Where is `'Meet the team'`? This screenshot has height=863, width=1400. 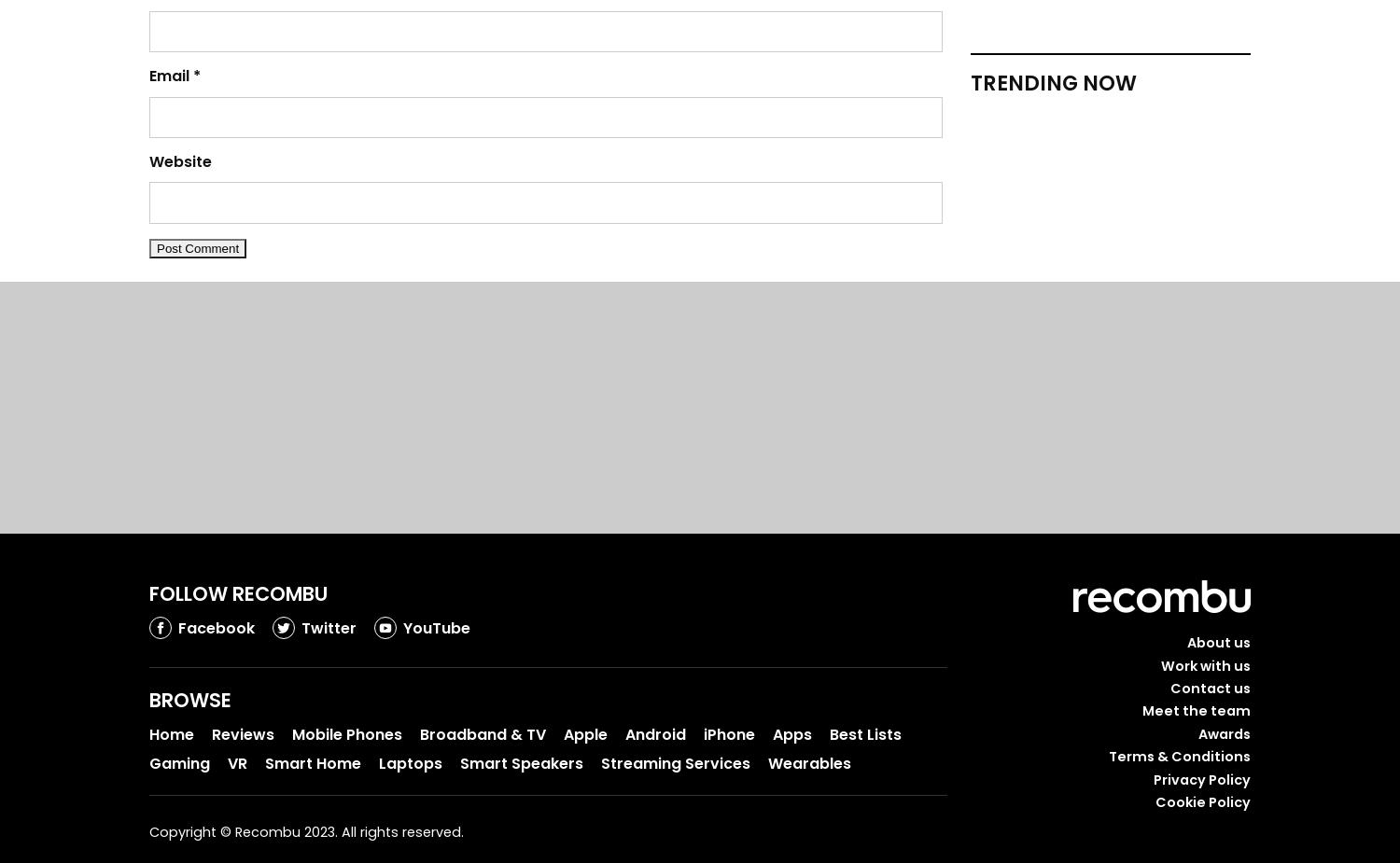
'Meet the team' is located at coordinates (1141, 711).